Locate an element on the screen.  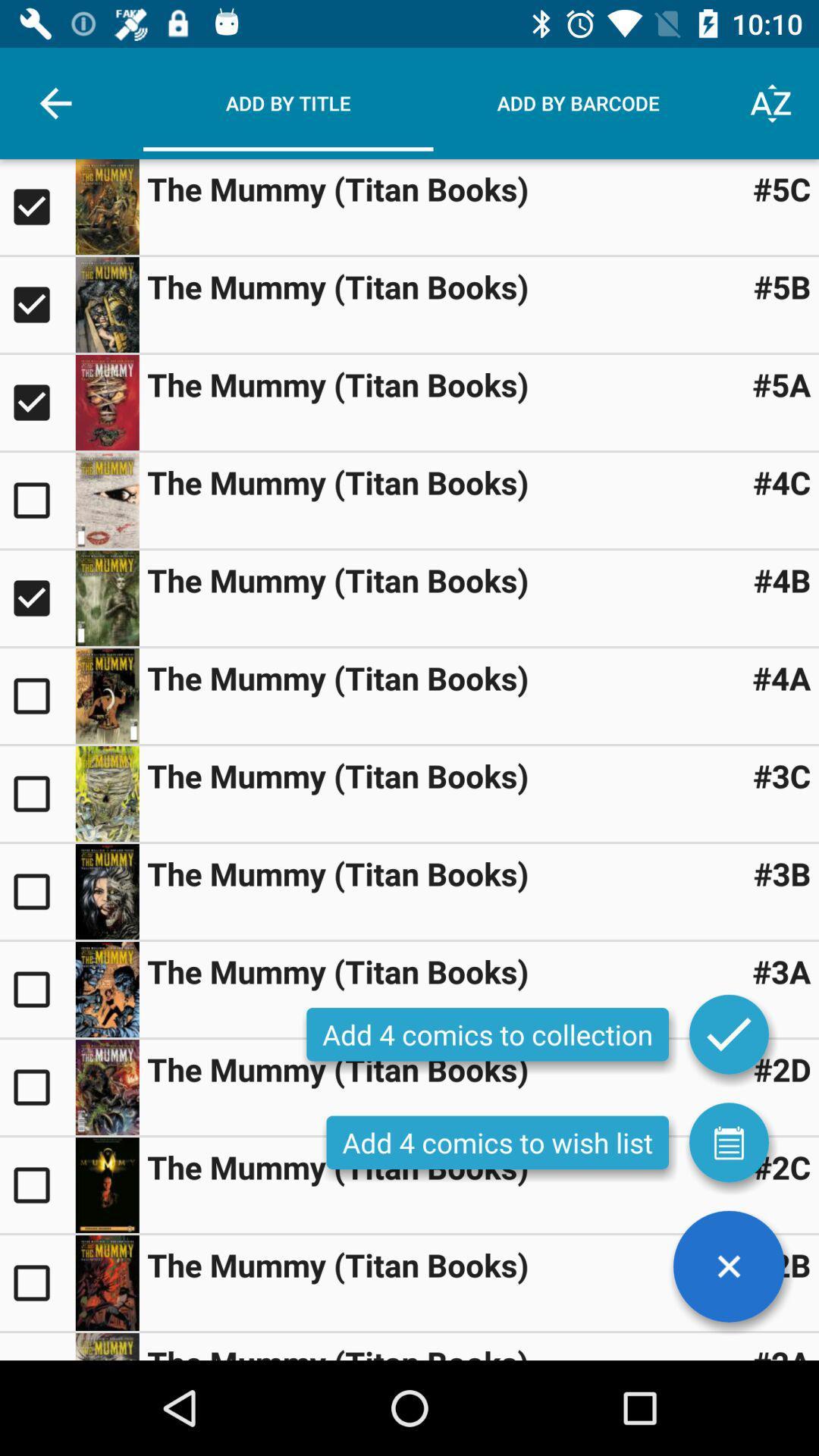
the box is located at coordinates (36, 403).